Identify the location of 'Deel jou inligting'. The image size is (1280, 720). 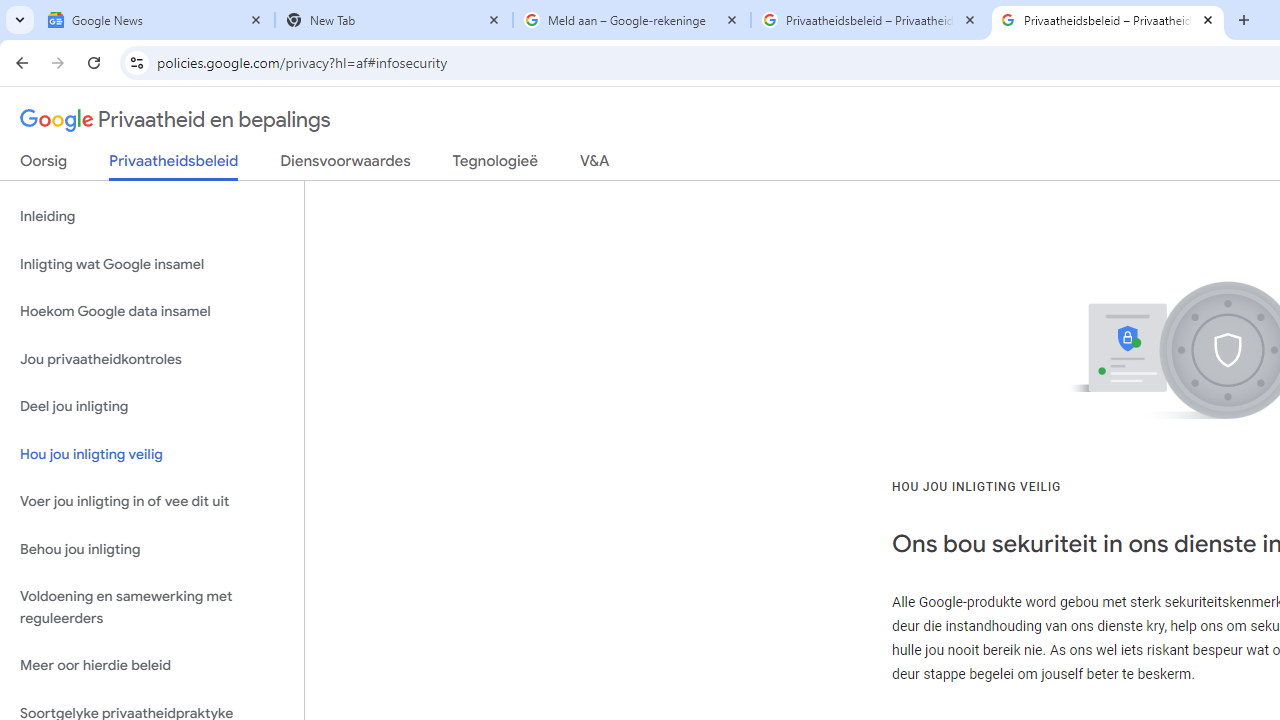
(151, 406).